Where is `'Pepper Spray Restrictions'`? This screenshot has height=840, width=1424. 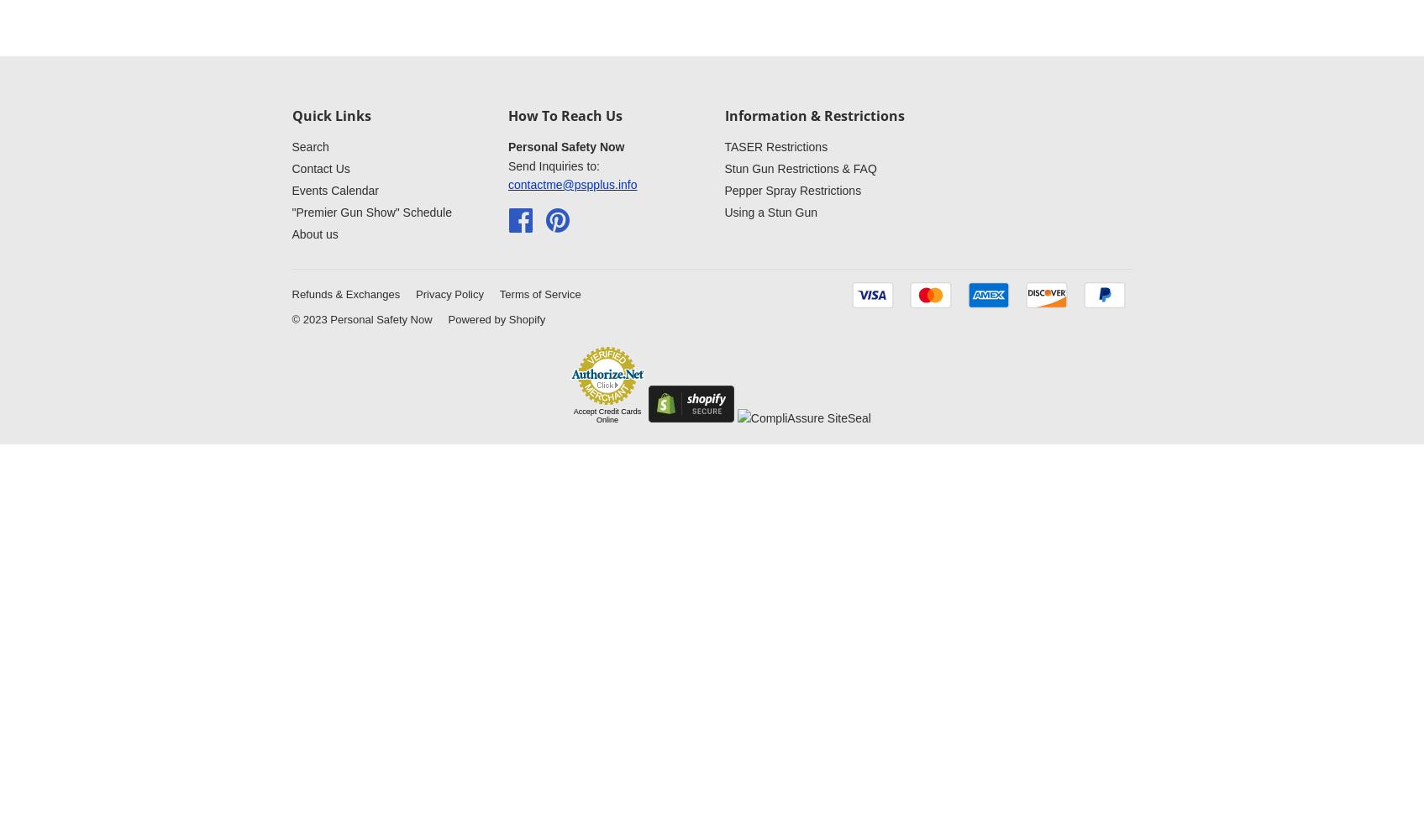 'Pepper Spray Restrictions' is located at coordinates (723, 190).